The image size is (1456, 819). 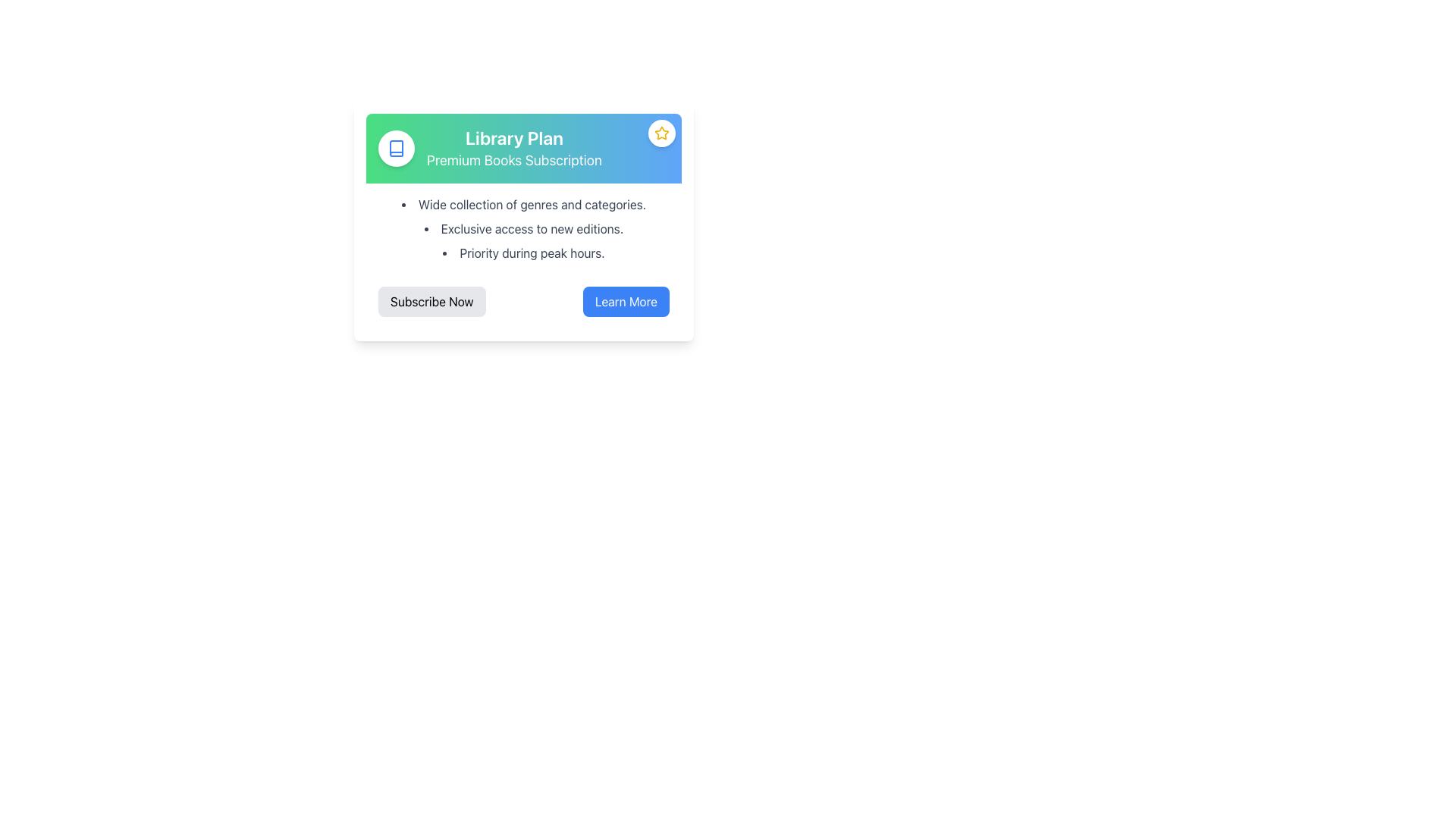 I want to click on the circular button in the top-right corner of the 'Library Plan' card, so click(x=662, y=133).